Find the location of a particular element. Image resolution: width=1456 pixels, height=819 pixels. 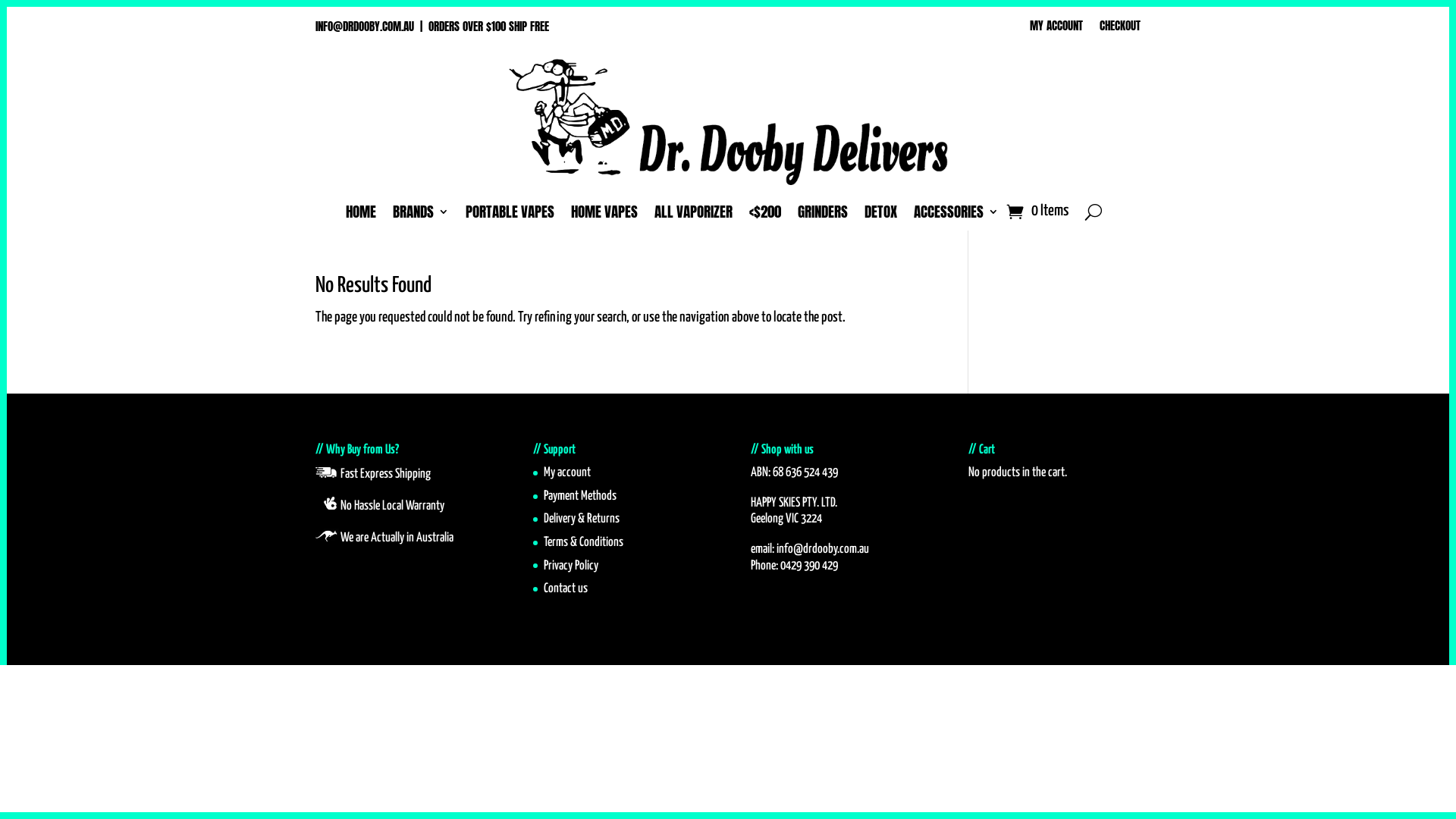

'INFO@DRDOOBY.COM.AU' is located at coordinates (364, 26).